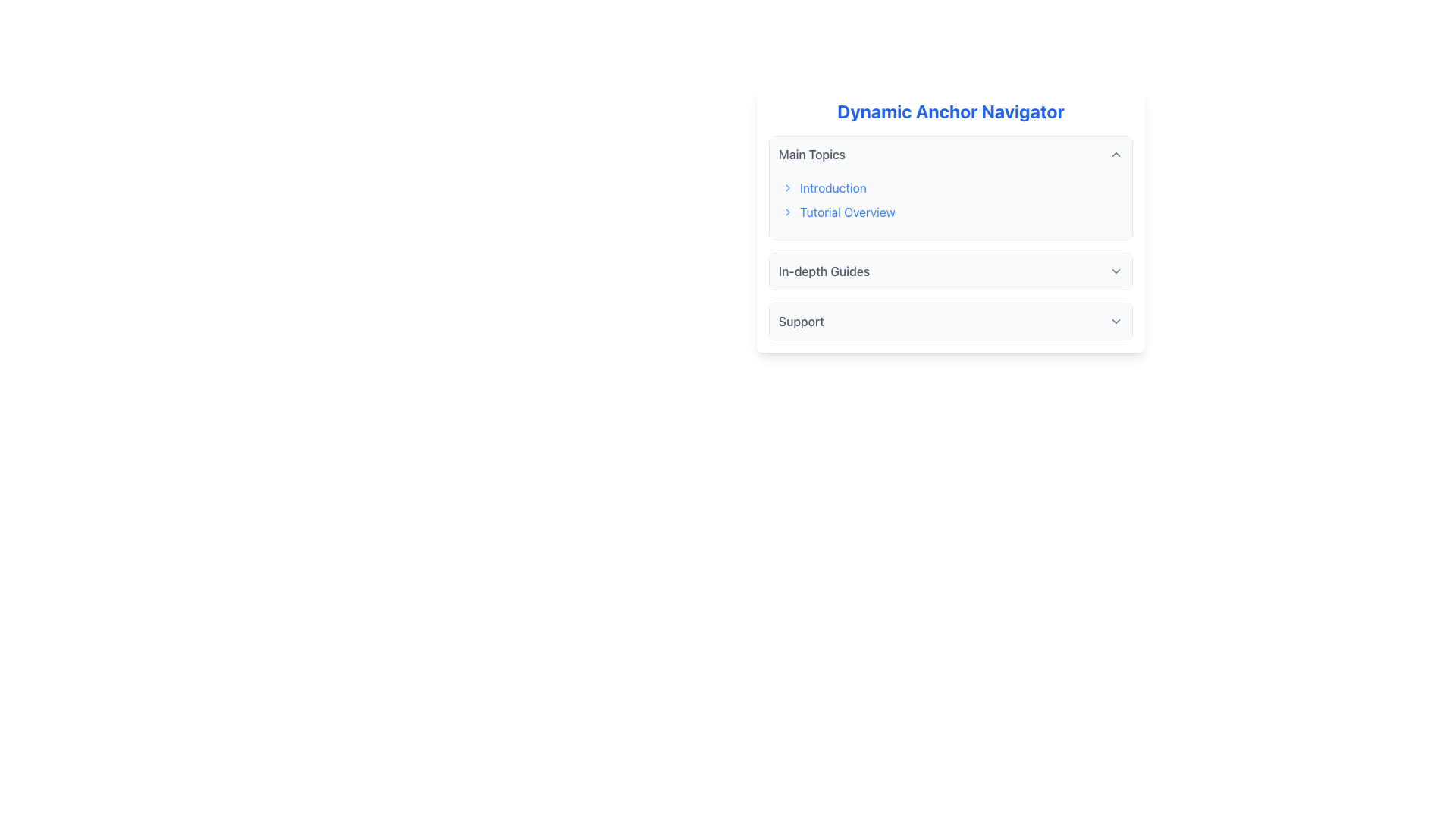 The height and width of the screenshot is (819, 1456). Describe the element at coordinates (949, 187) in the screenshot. I see `the first collapsible panel in the vertical navigation section below the title 'Dynamic Anchor Navigator'` at that location.